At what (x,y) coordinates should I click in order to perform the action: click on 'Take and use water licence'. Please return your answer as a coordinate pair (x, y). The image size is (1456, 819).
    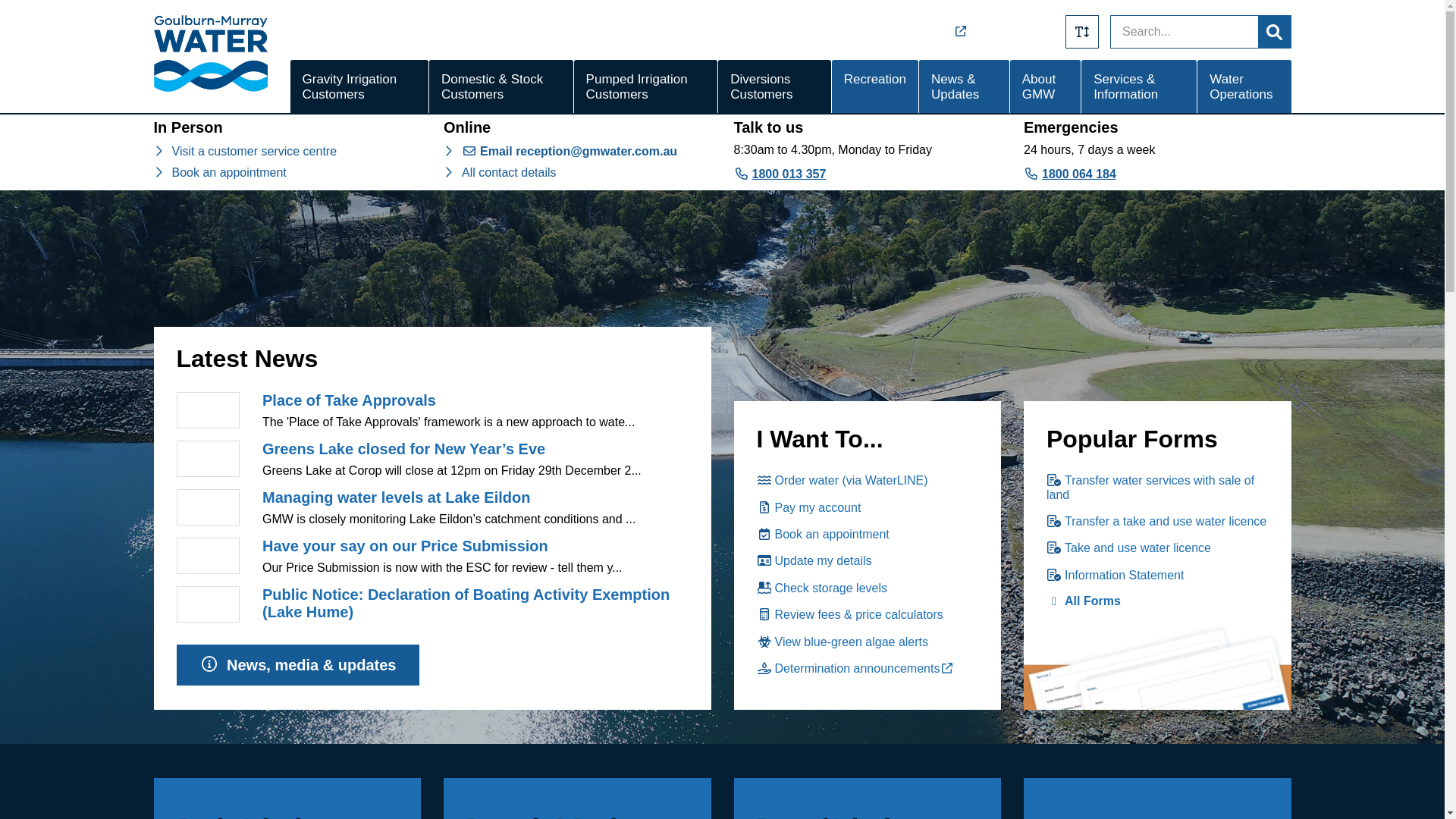
    Looking at the image, I should click on (1046, 548).